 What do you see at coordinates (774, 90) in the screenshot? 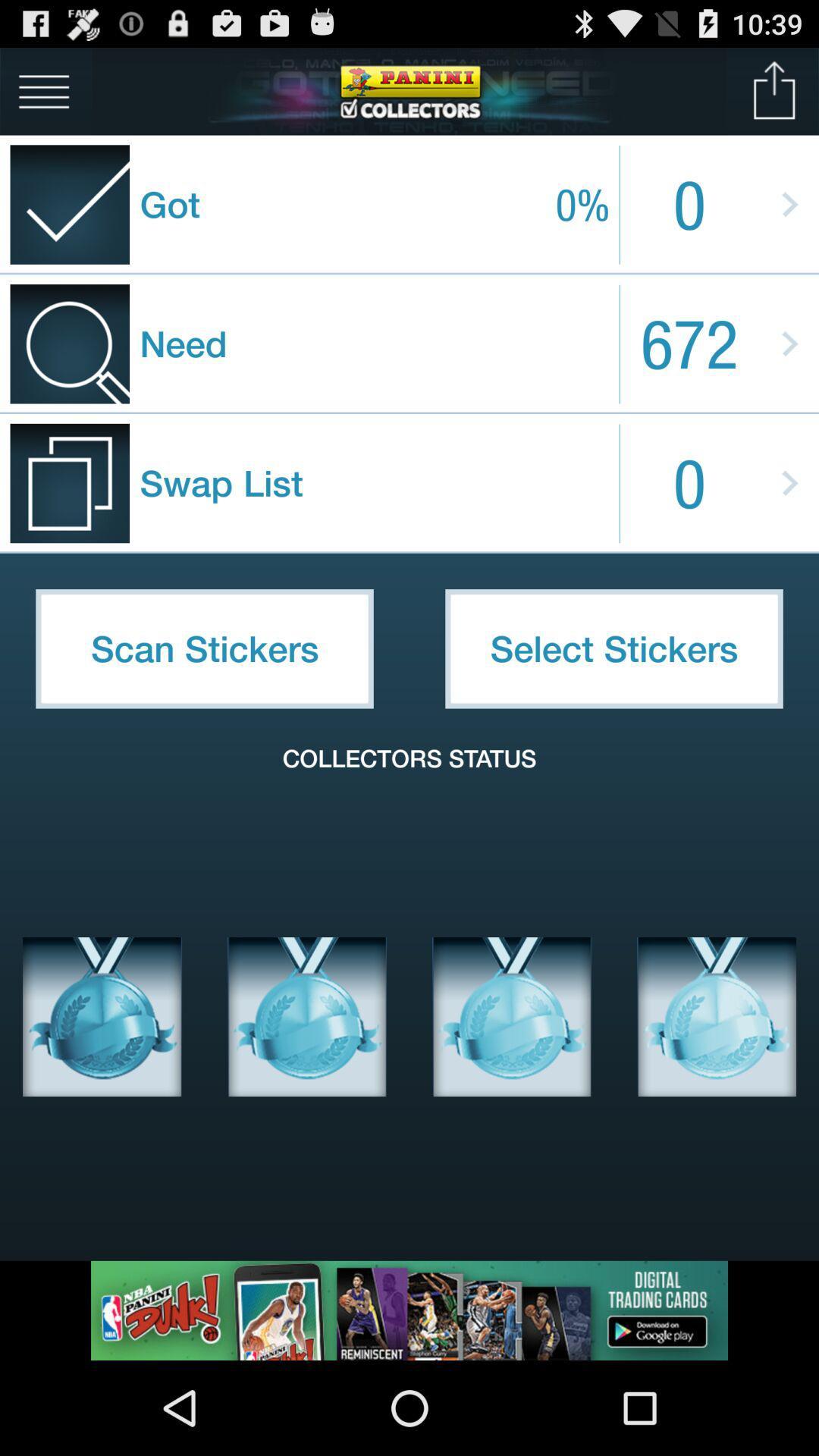
I see `the item above the 0 icon` at bounding box center [774, 90].